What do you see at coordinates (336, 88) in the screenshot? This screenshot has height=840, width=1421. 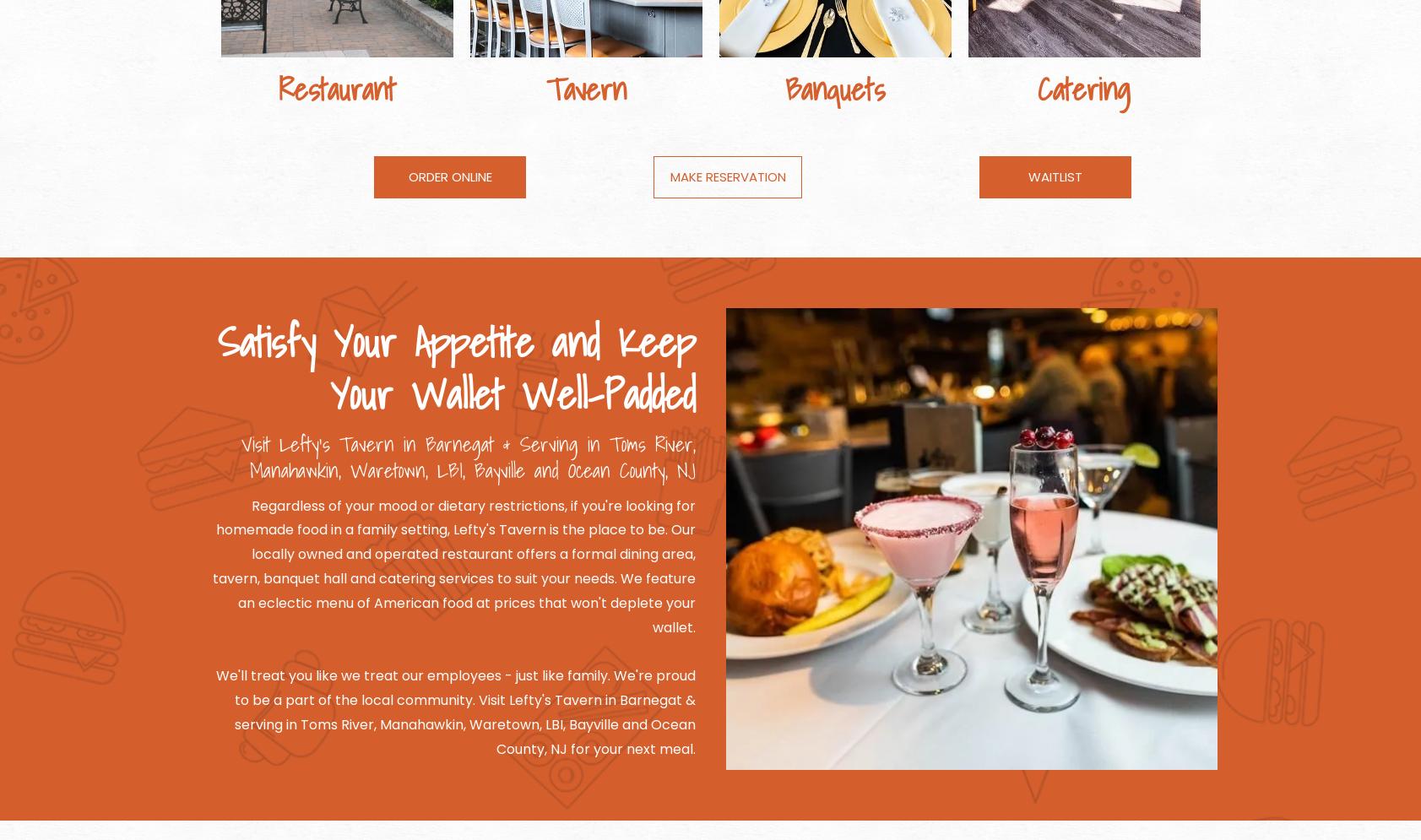 I see `'Restaurant'` at bounding box center [336, 88].